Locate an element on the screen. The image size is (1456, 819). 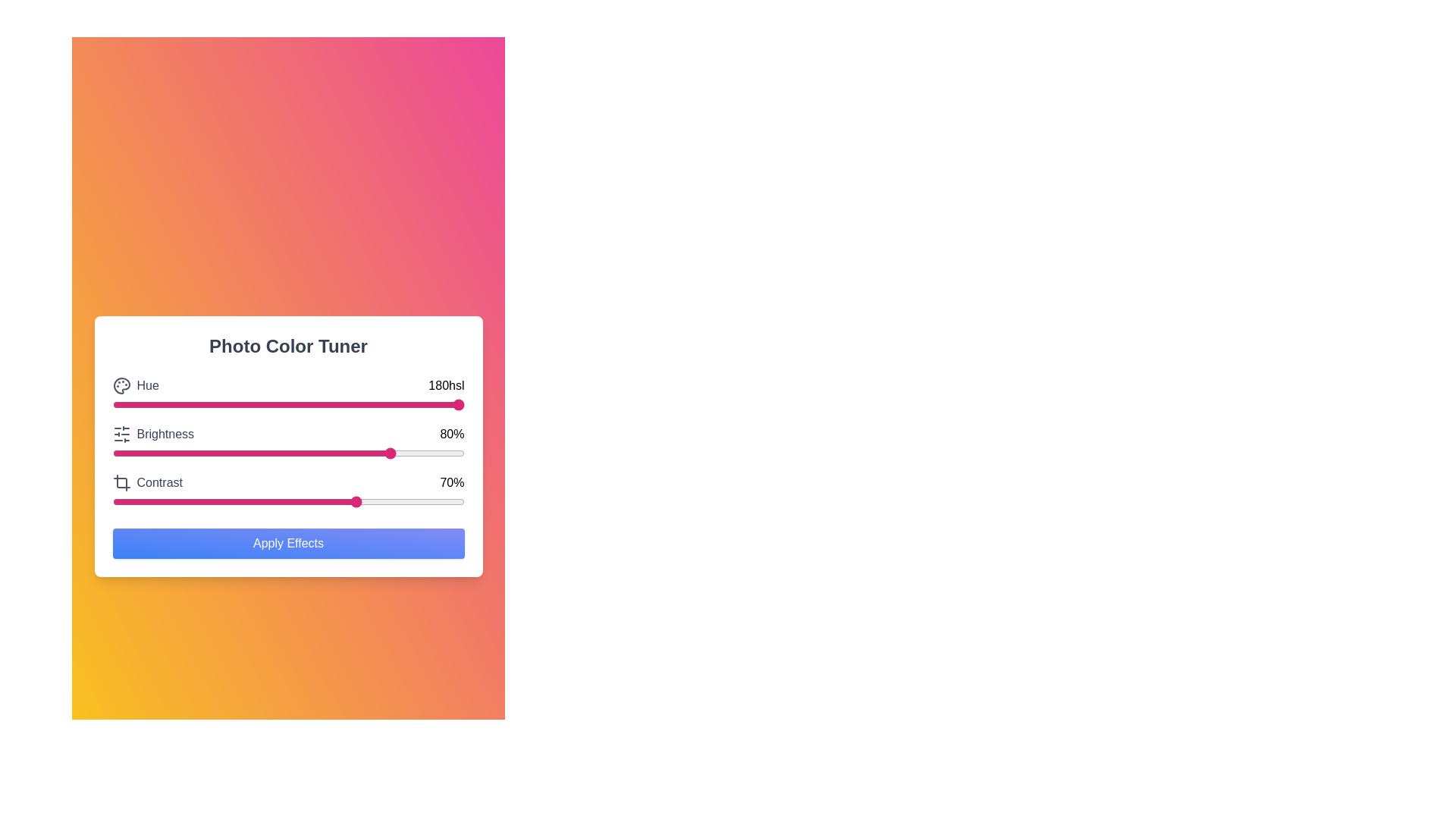
the hue slider to set the hue value to 71 is located at coordinates (361, 403).